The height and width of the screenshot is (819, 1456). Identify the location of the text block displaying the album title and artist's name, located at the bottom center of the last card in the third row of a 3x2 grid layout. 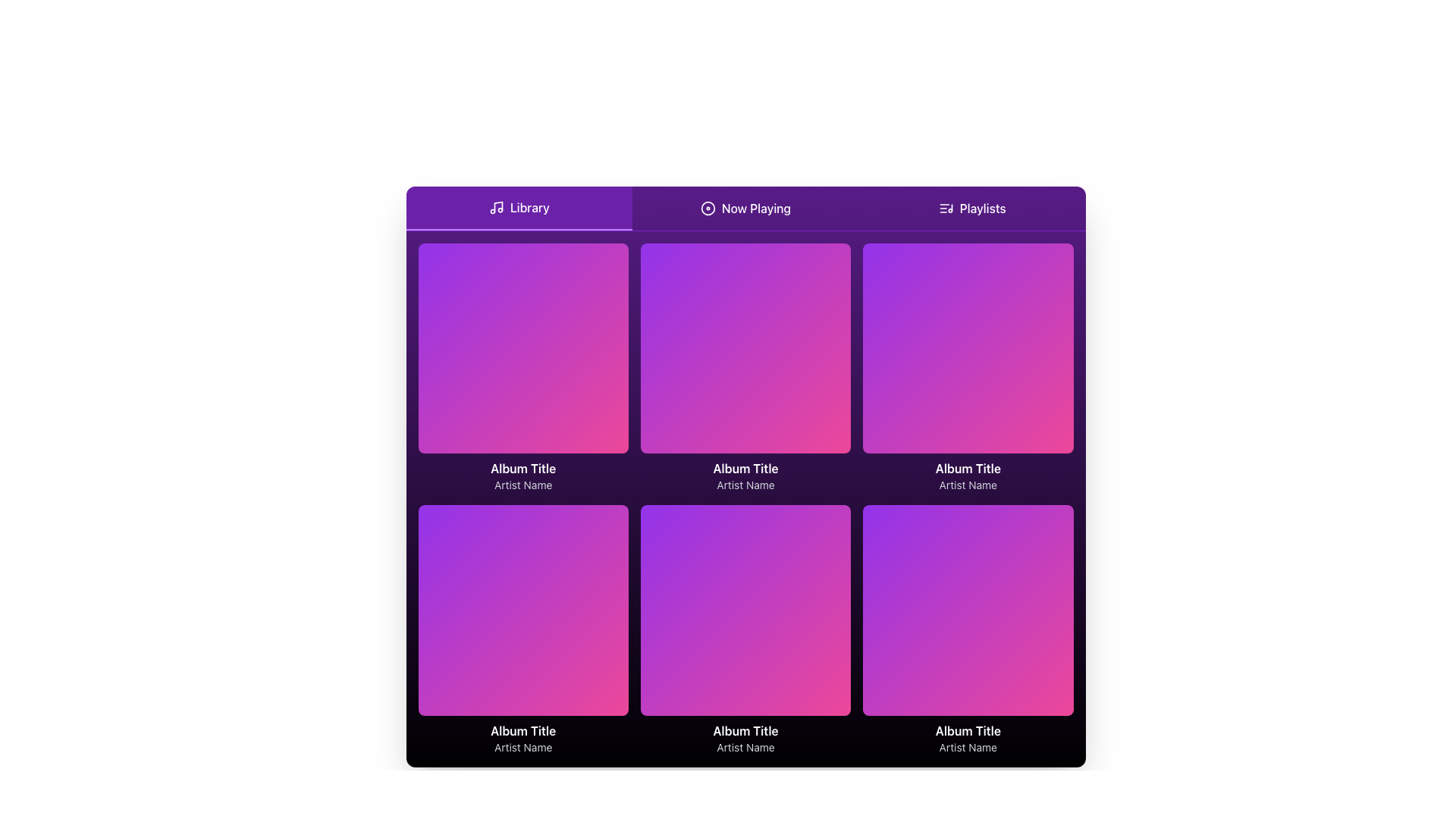
(967, 737).